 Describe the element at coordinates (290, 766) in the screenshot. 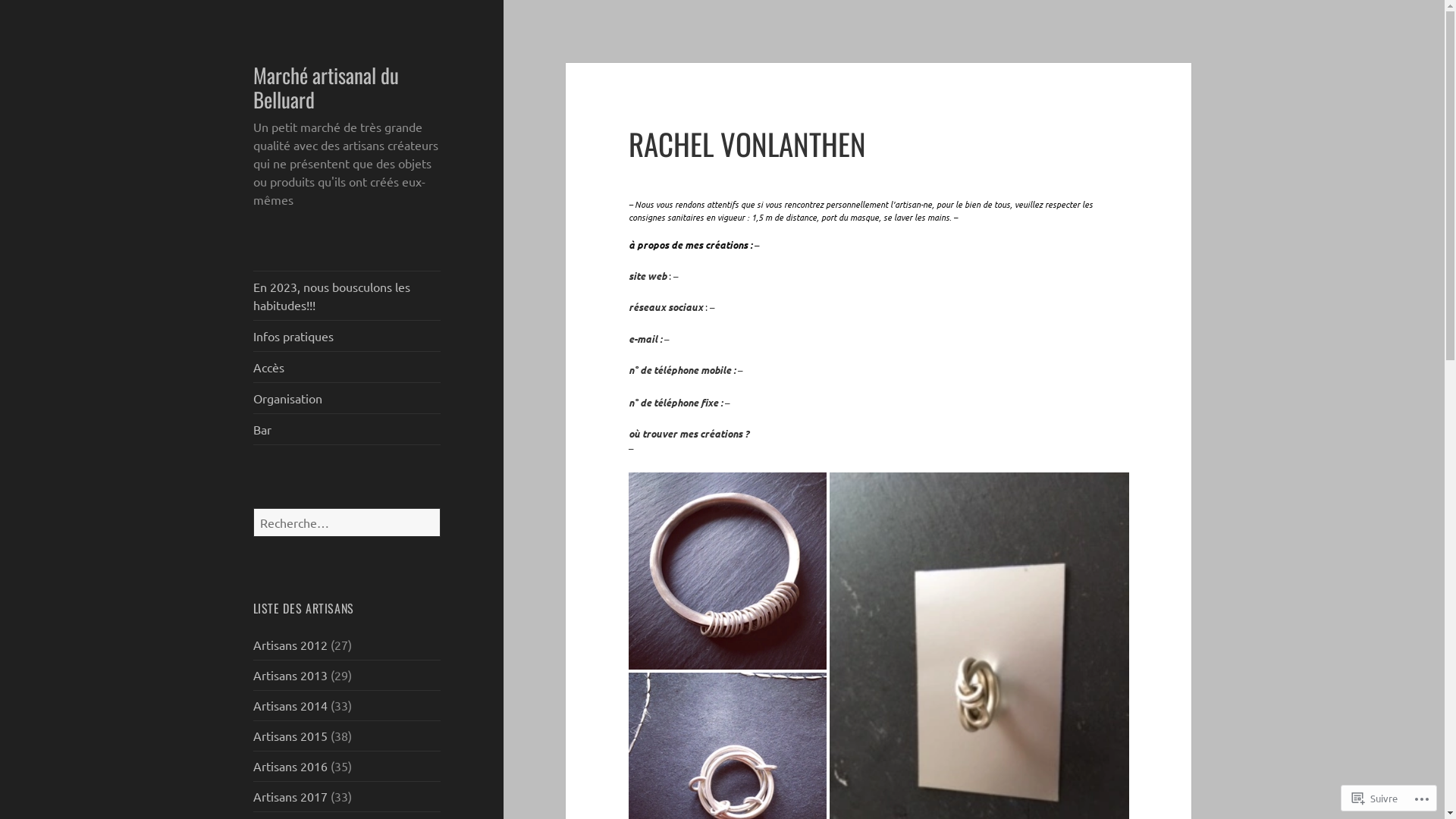

I see `'Artisans 2016'` at that location.